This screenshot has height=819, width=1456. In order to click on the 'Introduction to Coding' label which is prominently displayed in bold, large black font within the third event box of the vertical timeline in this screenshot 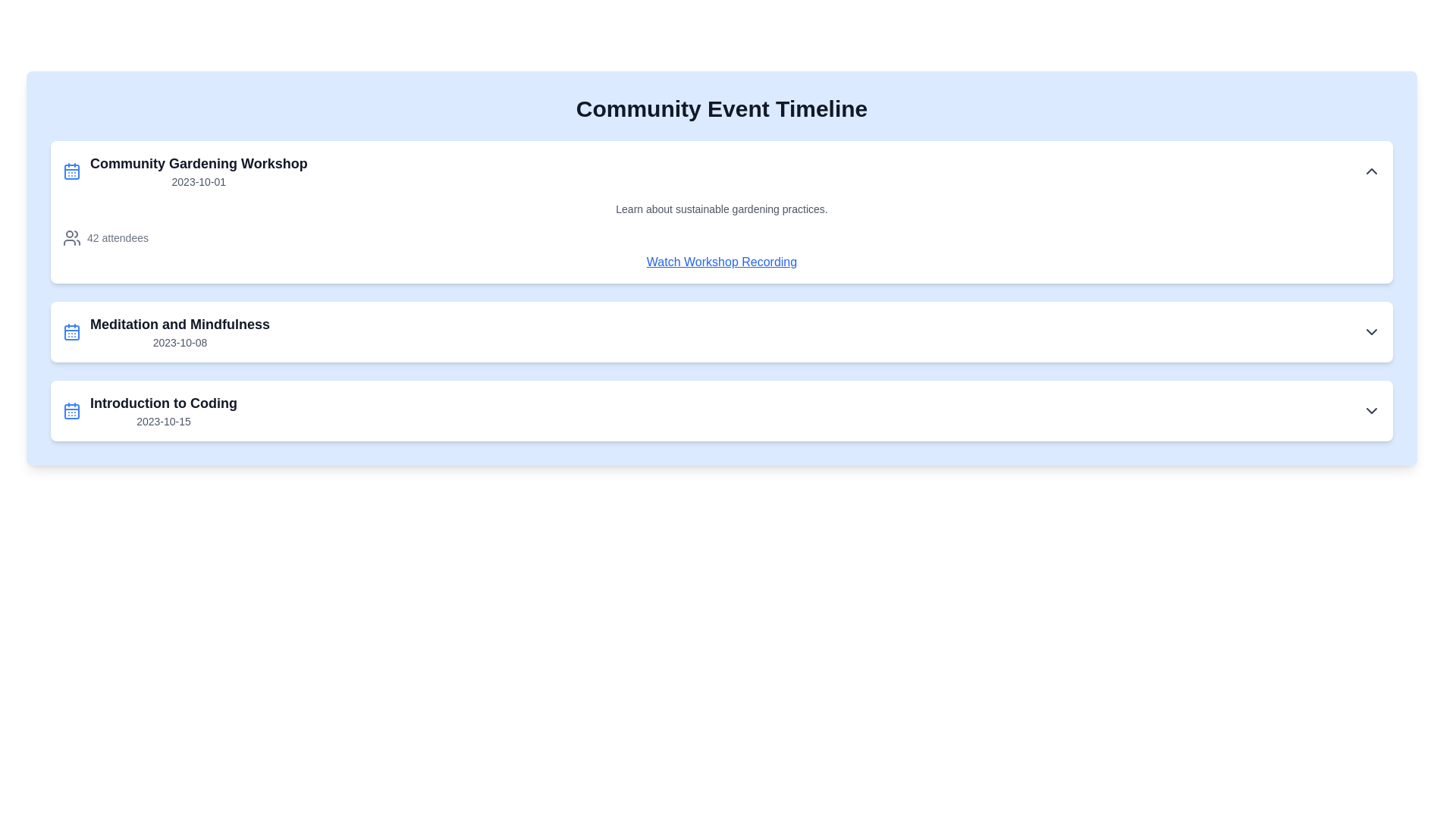, I will do `click(164, 403)`.